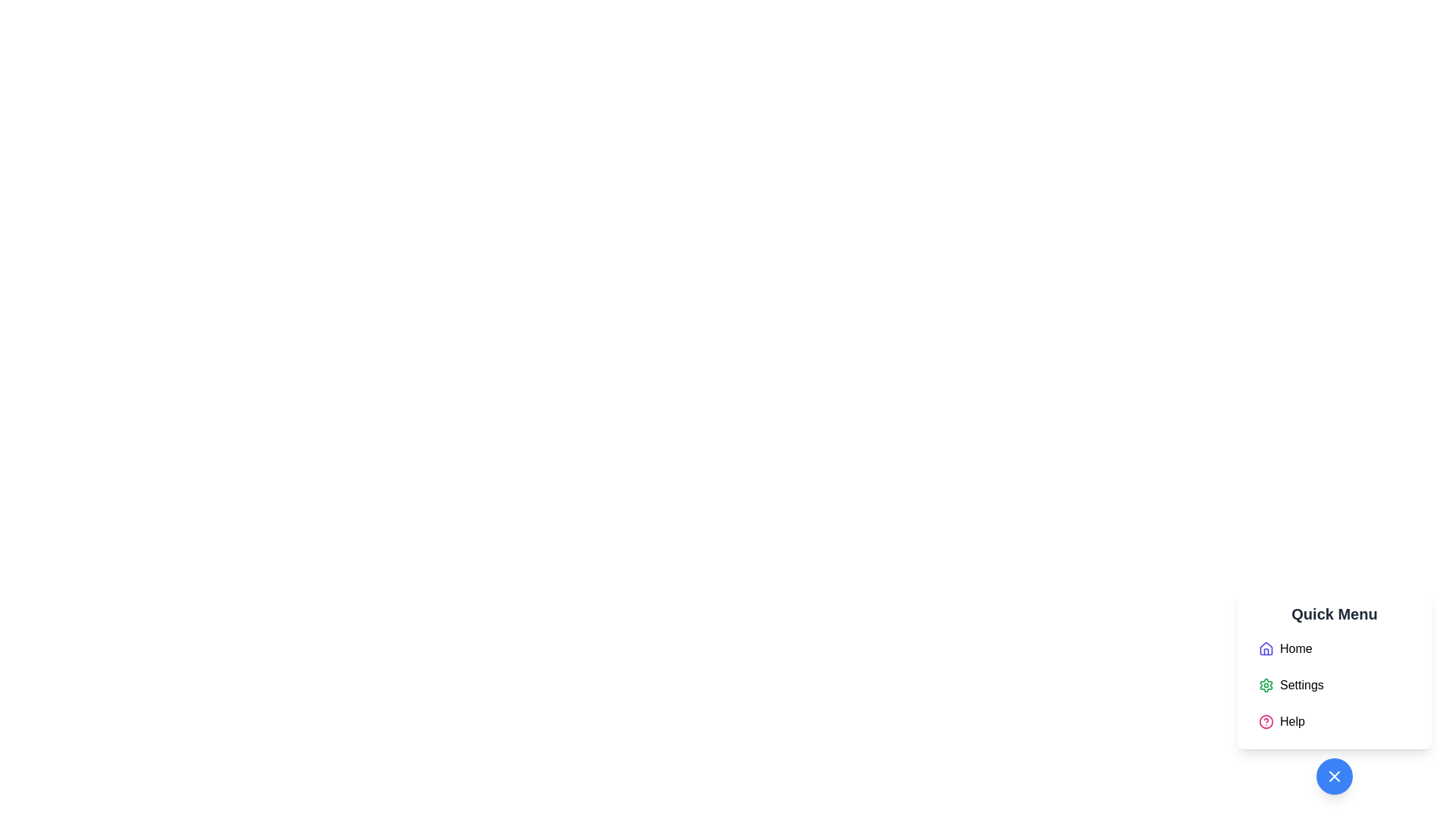 This screenshot has width=1456, height=819. I want to click on the primary gear icon with intricate tooth patterns, colored green, located in the second item of the quick menu in the bottom-right corner of the application, so click(1266, 685).